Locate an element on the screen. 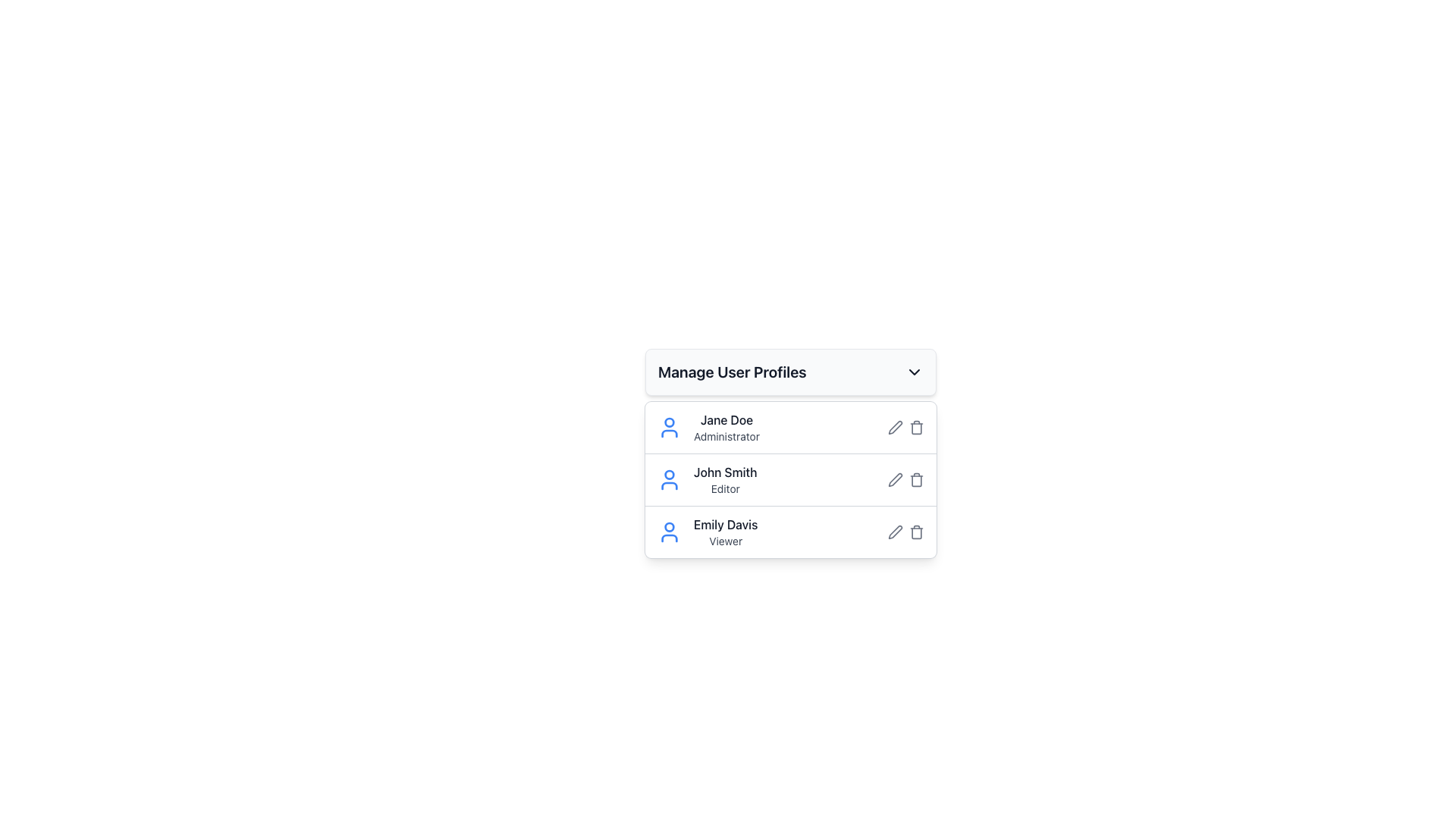 The height and width of the screenshot is (819, 1456). the trash bin icon button located in the last row of the user list, adjacent to Emily Davis is located at coordinates (916, 532).